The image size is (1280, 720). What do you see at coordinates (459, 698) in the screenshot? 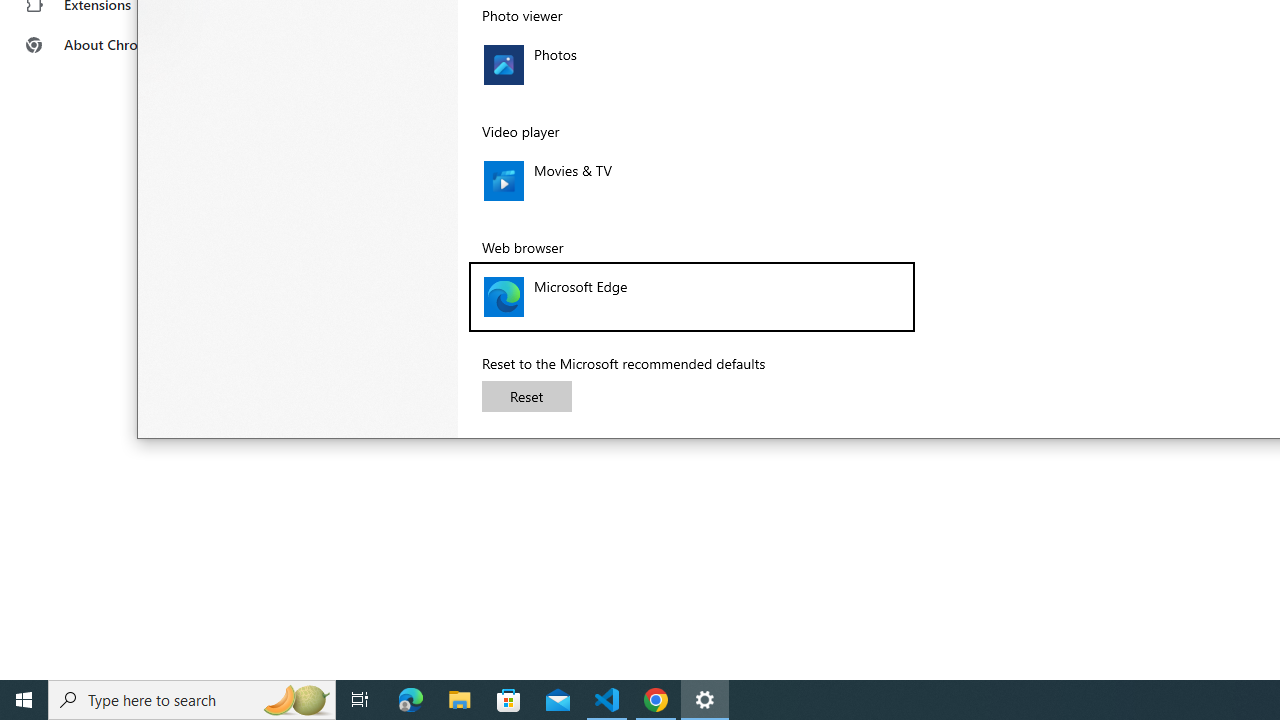
I see `'File Explorer'` at bounding box center [459, 698].